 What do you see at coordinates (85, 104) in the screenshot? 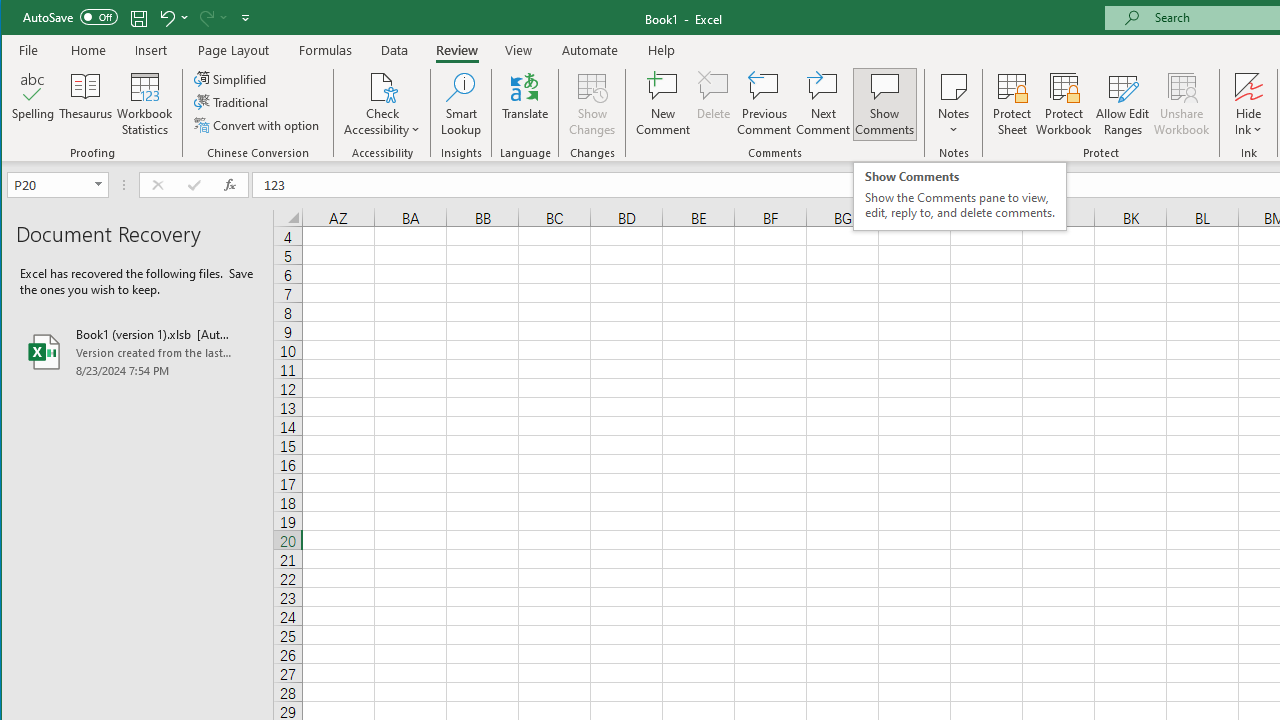
I see `'Thesaurus...'` at bounding box center [85, 104].